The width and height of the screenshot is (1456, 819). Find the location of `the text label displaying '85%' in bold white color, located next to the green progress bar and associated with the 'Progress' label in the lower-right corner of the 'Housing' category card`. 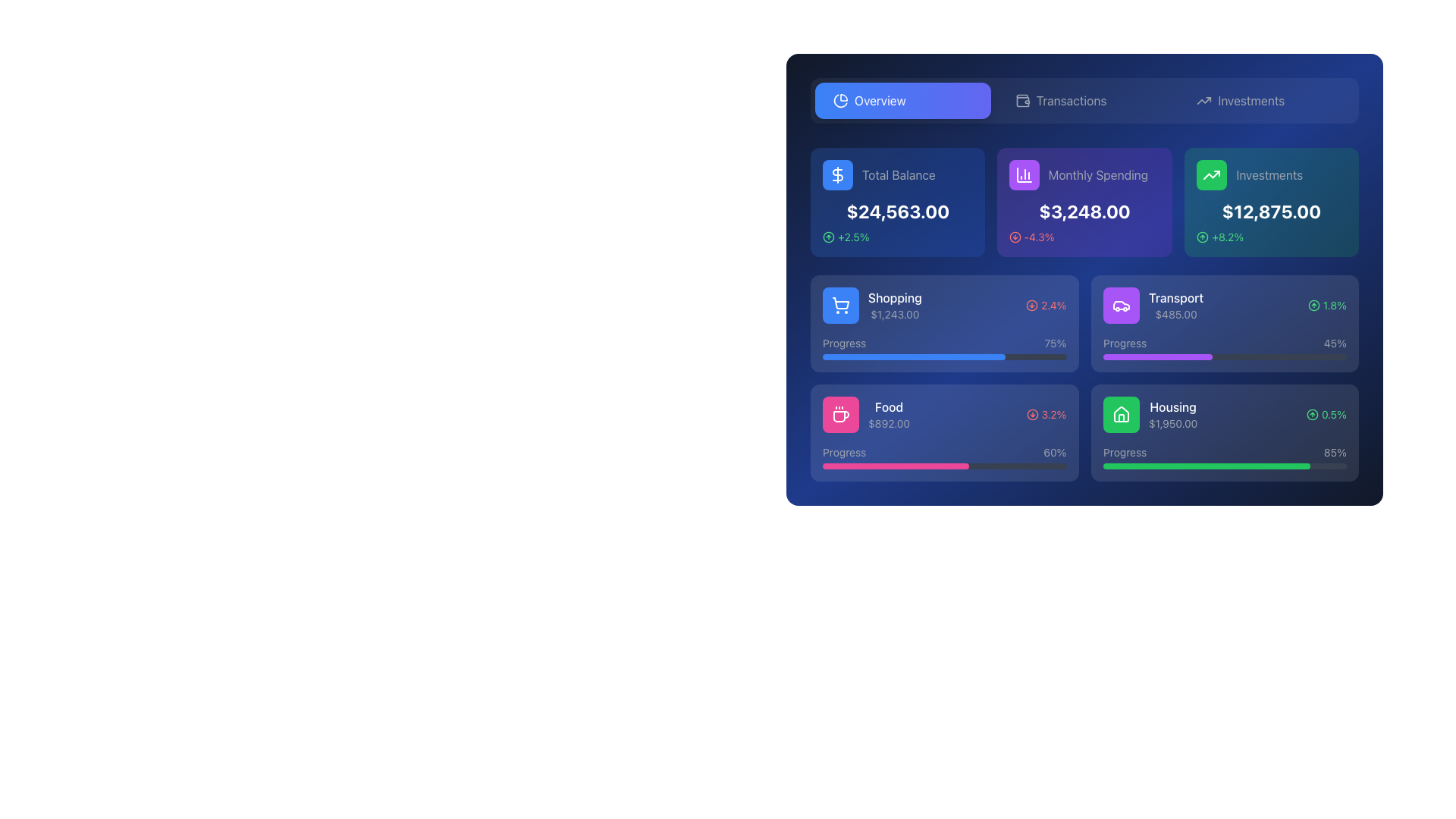

the text label displaying '85%' in bold white color, located next to the green progress bar and associated with the 'Progress' label in the lower-right corner of the 'Housing' category card is located at coordinates (1335, 452).